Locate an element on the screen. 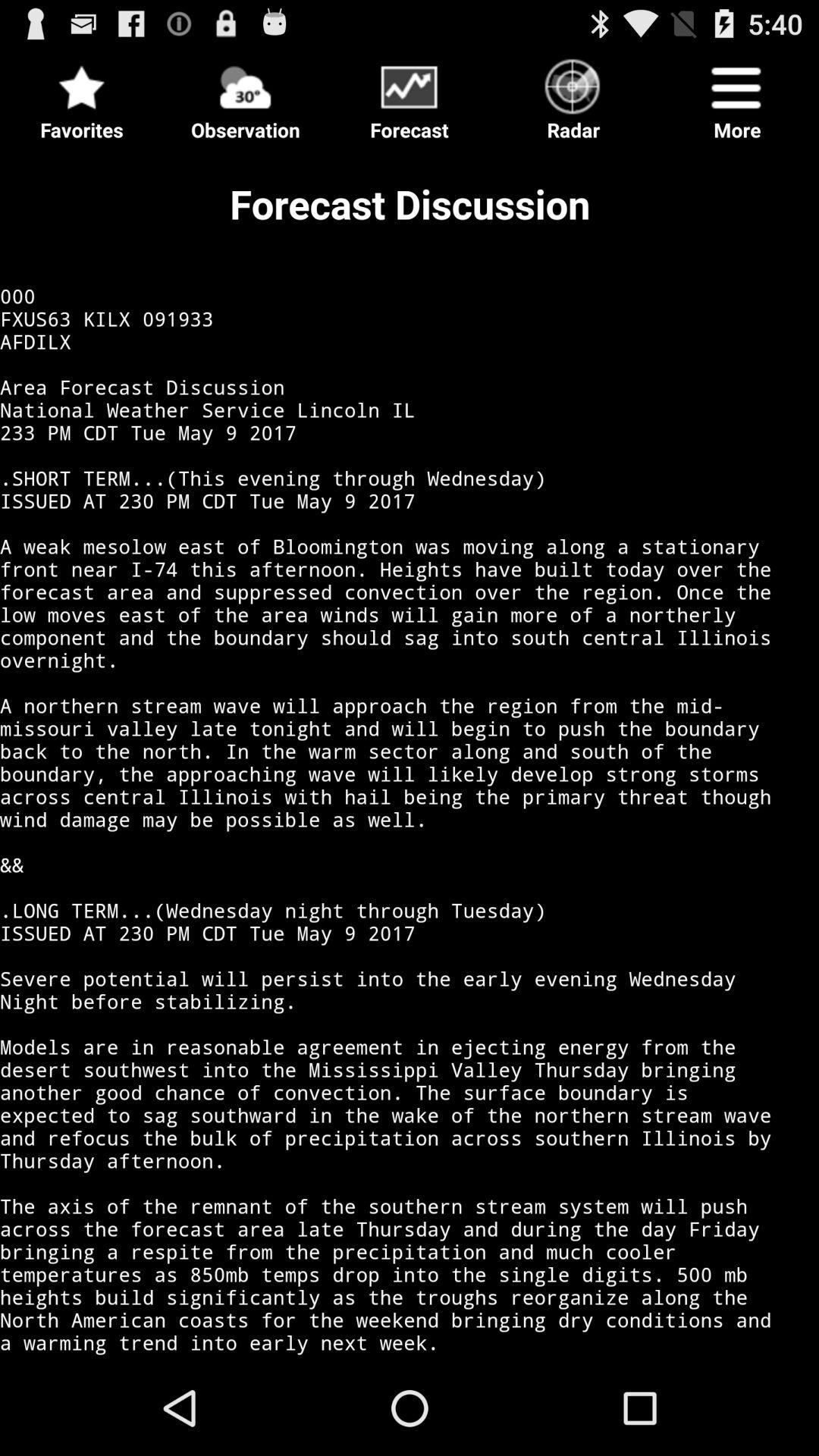  icon to the left of the more item is located at coordinates (573, 94).